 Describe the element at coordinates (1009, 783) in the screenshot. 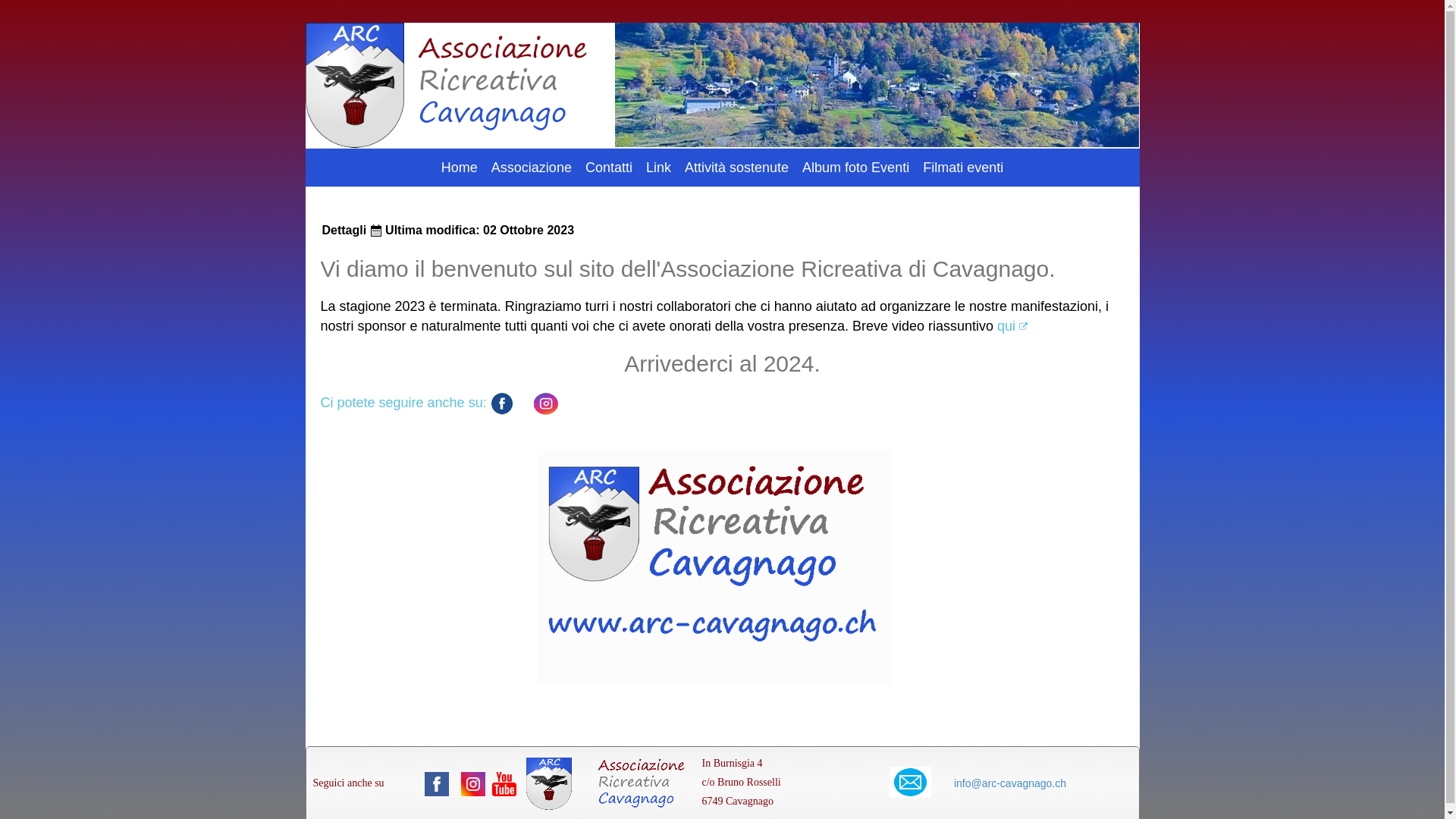

I see `'info@arc-cavagnago.ch'` at that location.